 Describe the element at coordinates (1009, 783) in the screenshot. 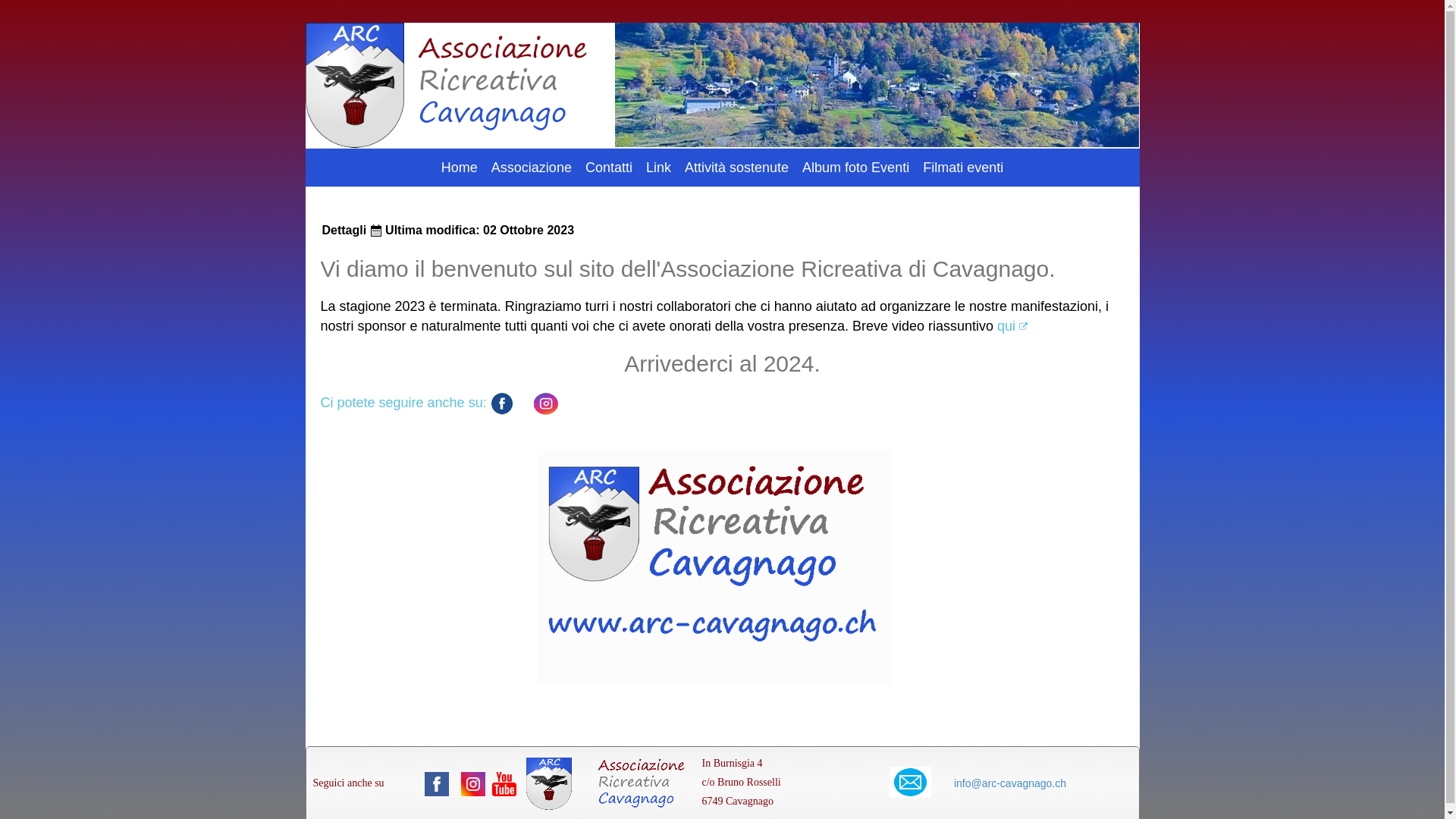

I see `'info@arc-cavagnago.ch'` at that location.